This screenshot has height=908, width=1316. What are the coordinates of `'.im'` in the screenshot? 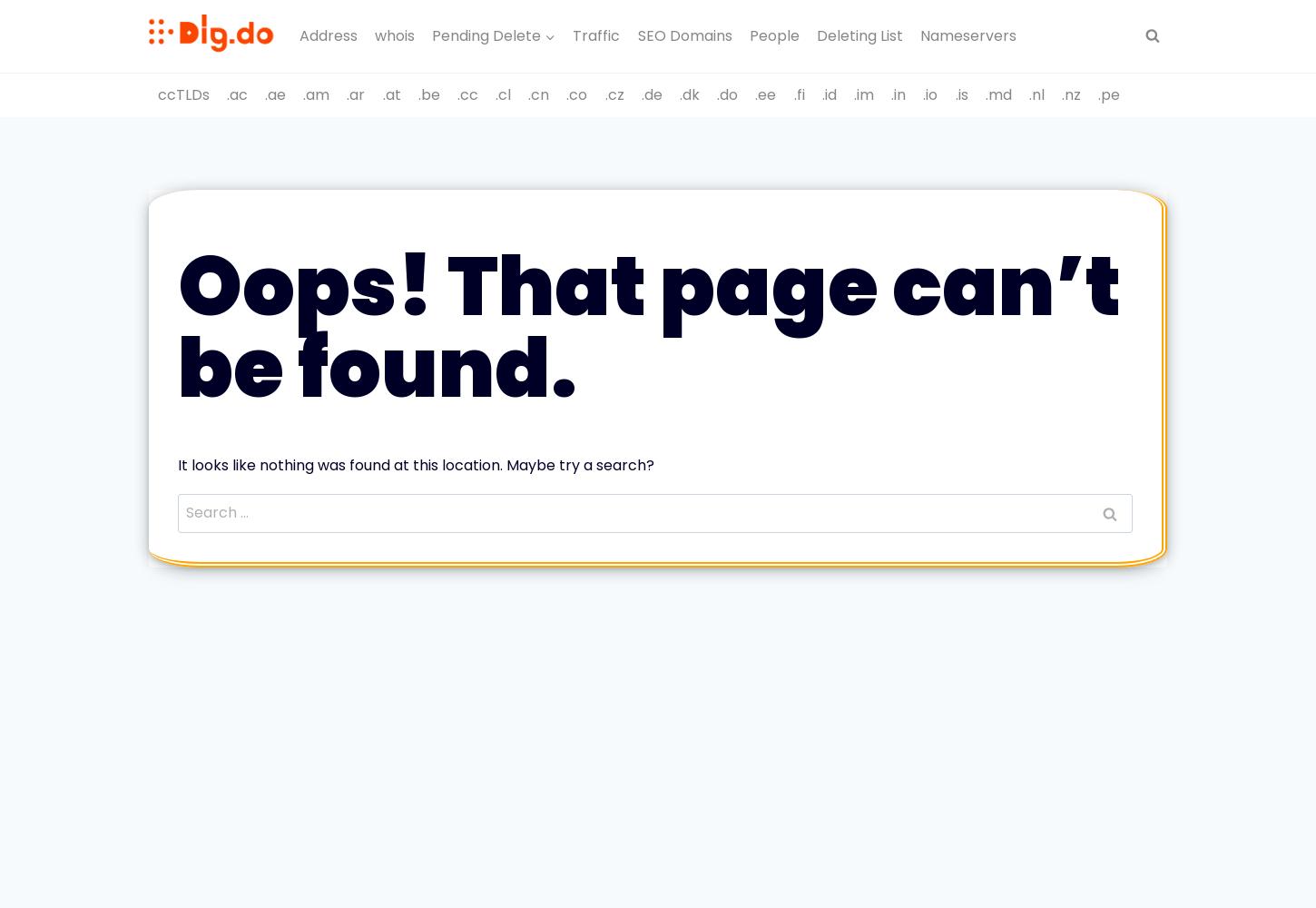 It's located at (862, 93).